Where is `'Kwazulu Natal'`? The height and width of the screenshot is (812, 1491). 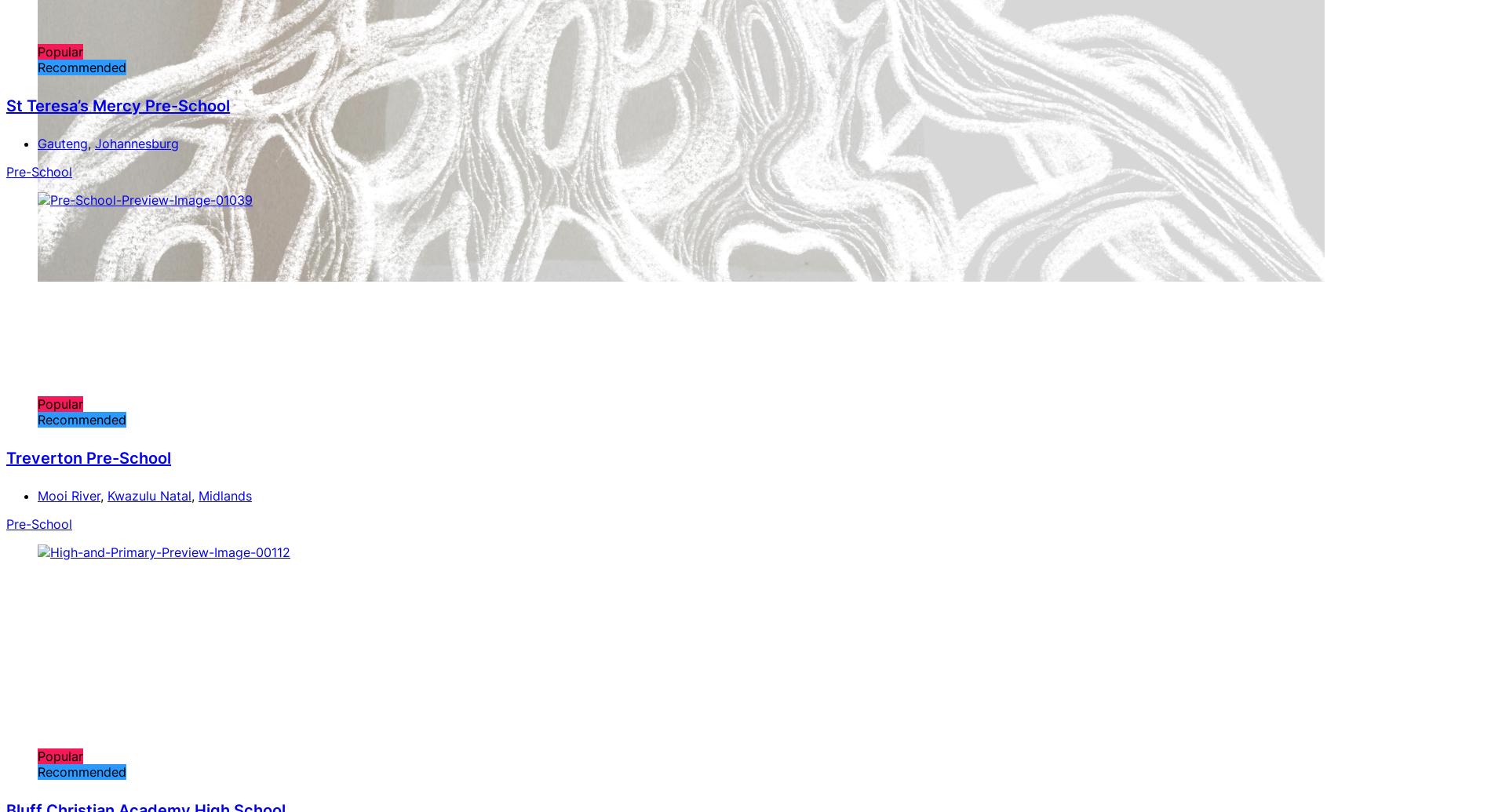 'Kwazulu Natal' is located at coordinates (149, 494).